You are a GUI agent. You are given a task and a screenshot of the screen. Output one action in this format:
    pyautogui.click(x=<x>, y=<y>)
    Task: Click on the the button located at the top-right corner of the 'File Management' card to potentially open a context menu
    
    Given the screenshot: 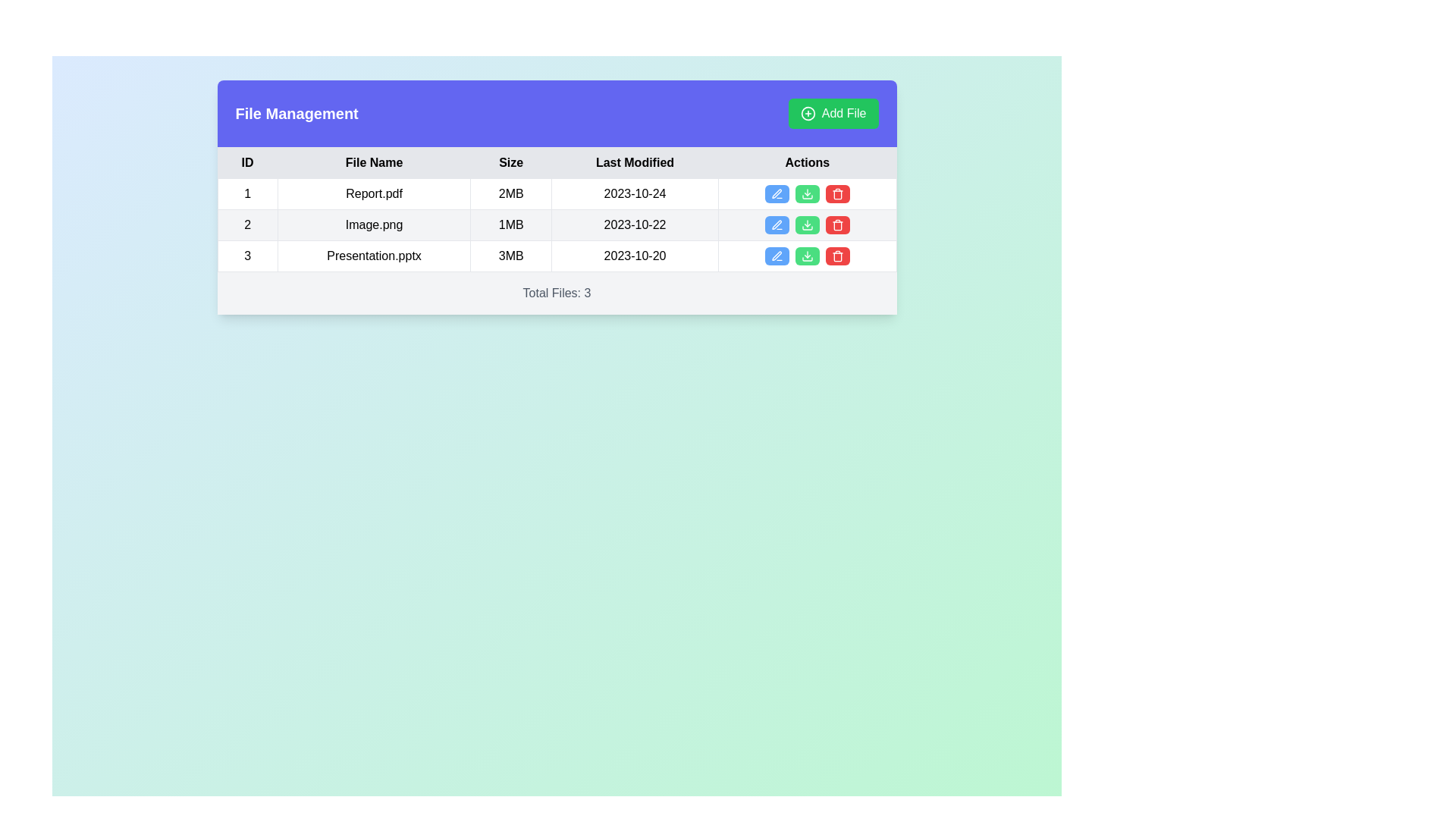 What is the action you would take?
    pyautogui.click(x=833, y=113)
    